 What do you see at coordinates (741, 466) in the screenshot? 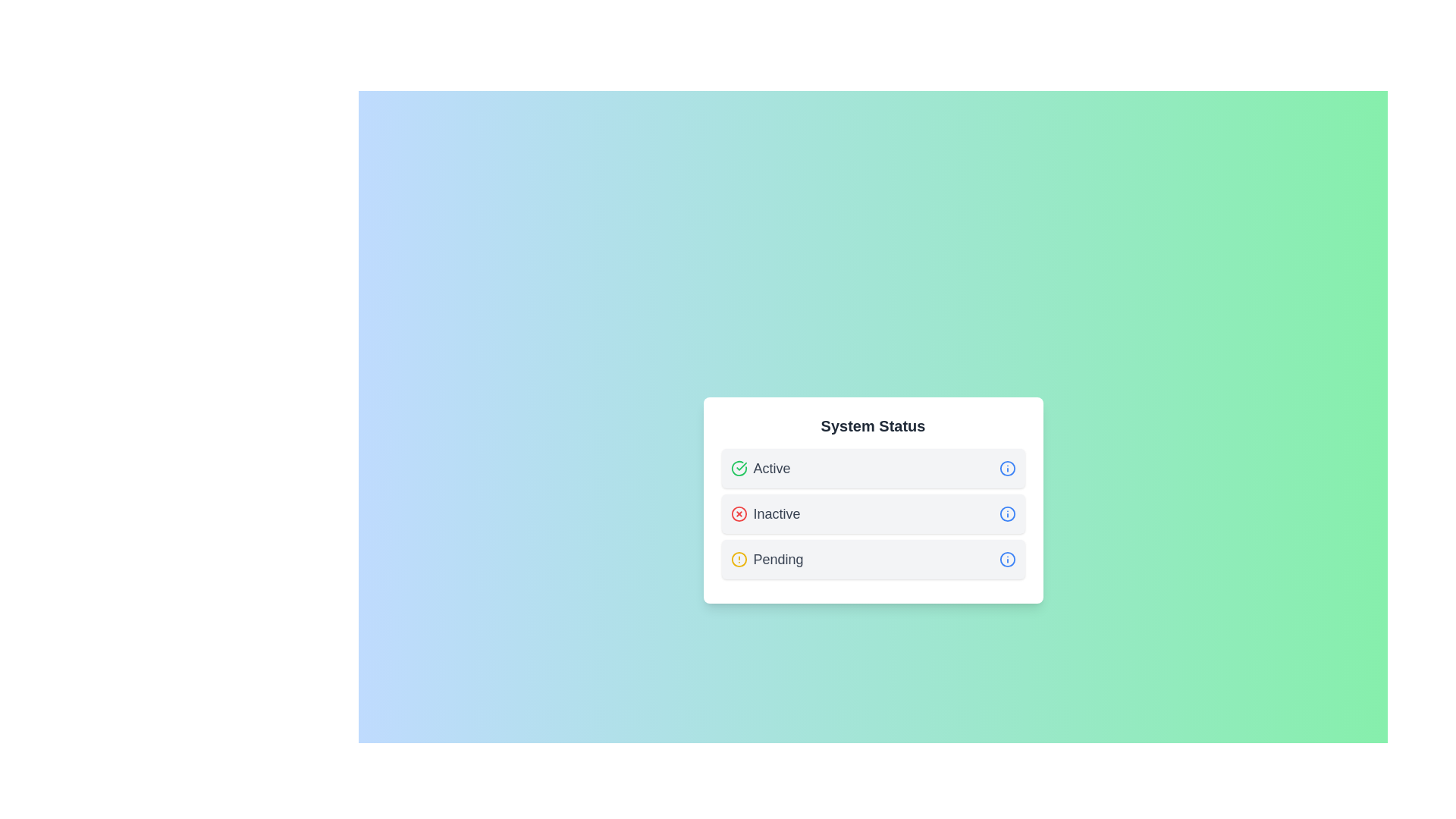
I see `details of the green checkmark icon indicating 'Active' status in the 'System Status' panel, which is styled as a scalable vector graphic (SVG)` at bounding box center [741, 466].